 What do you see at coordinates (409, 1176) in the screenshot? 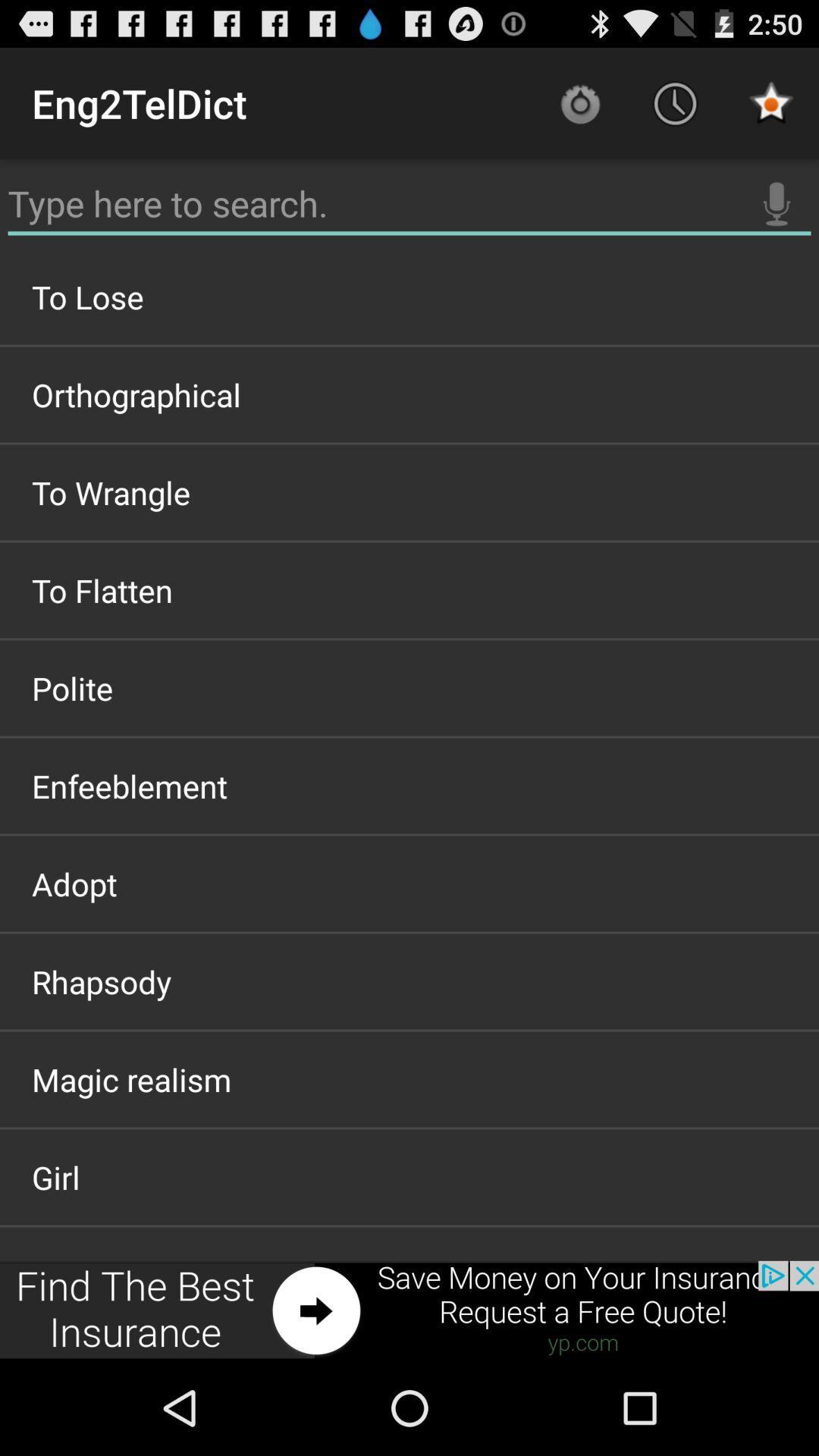
I see `item above wolfdog item` at bounding box center [409, 1176].